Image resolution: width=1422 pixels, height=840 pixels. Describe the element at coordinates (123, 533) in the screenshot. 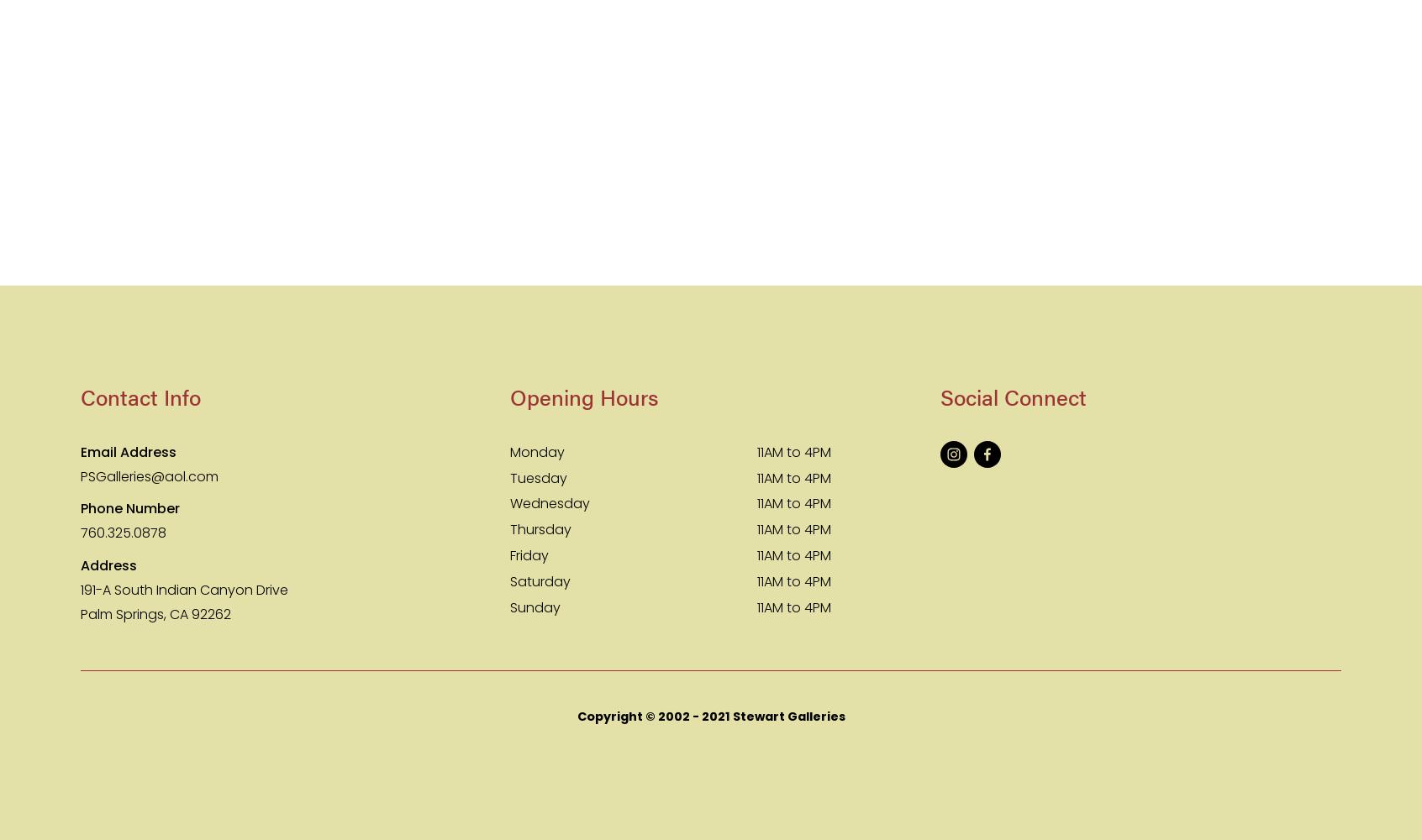

I see `'760.325.0878'` at that location.